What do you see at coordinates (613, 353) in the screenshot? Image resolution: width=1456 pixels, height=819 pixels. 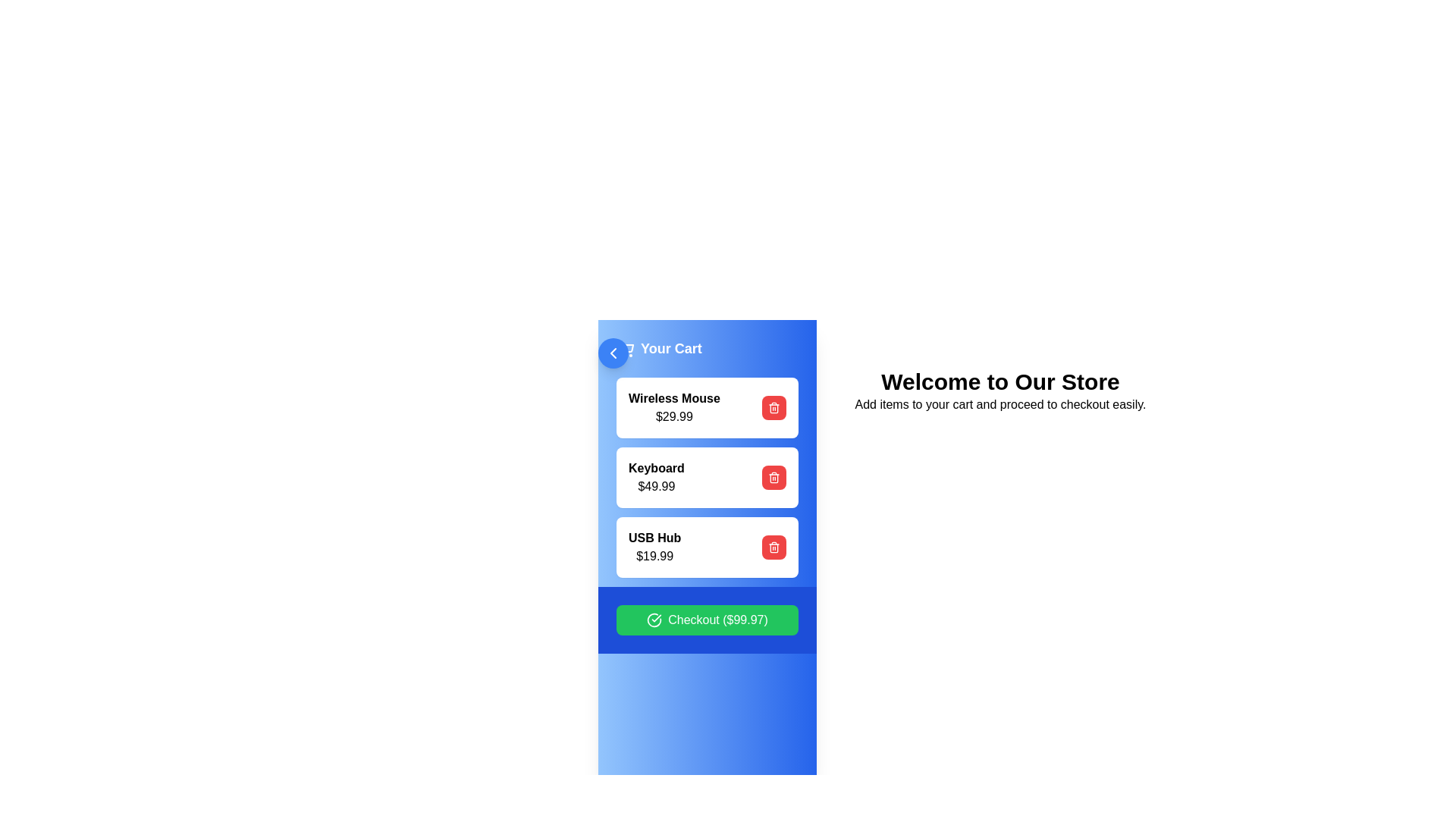 I see `the circular blue button with a chevron-left icon at the top-left corner of the cart section` at bounding box center [613, 353].